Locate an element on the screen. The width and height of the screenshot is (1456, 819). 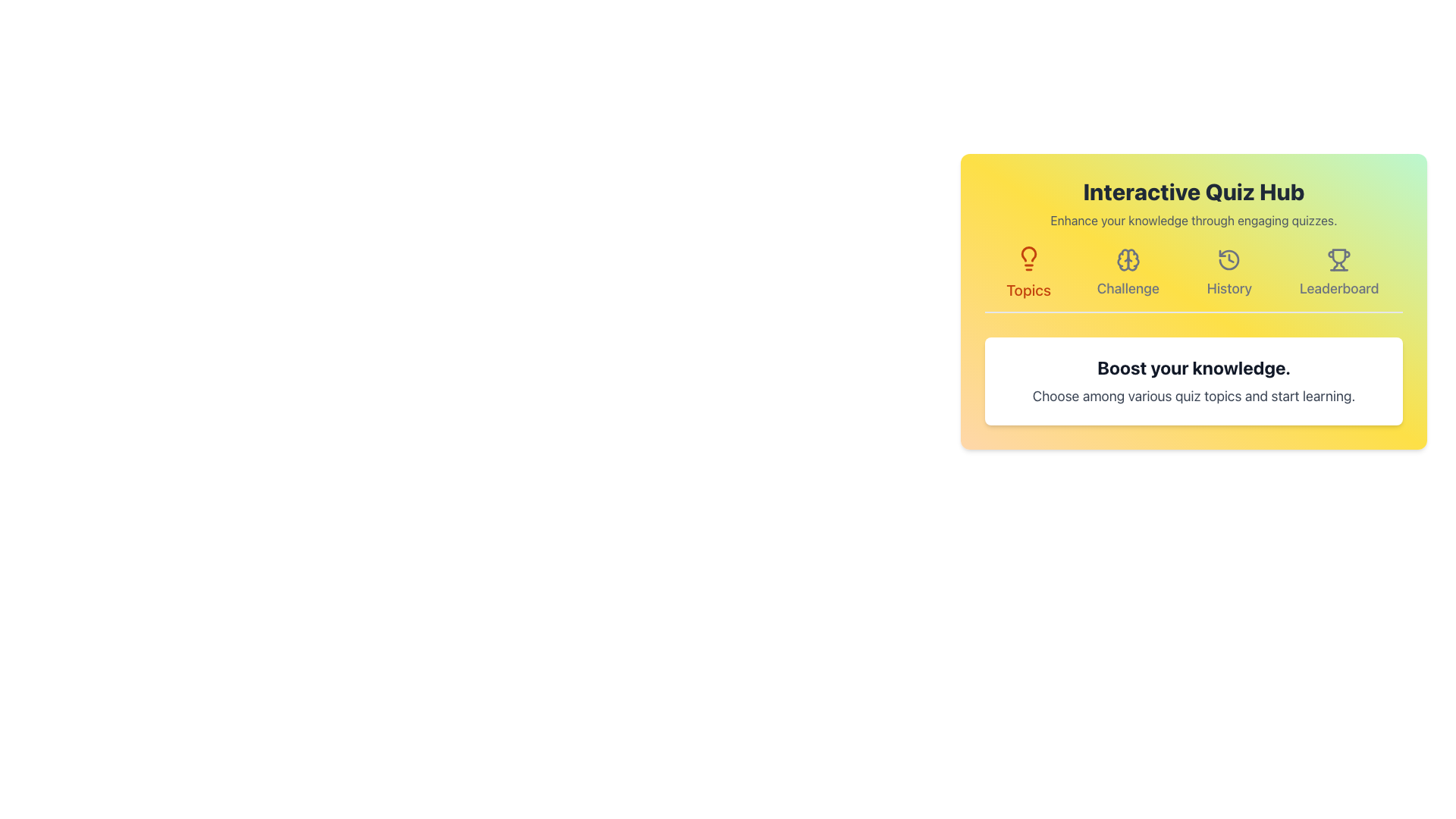
each segment of the Navigation bar located below the 'Interactive Quiz Hub' title to trigger the visual effect is located at coordinates (1193, 281).